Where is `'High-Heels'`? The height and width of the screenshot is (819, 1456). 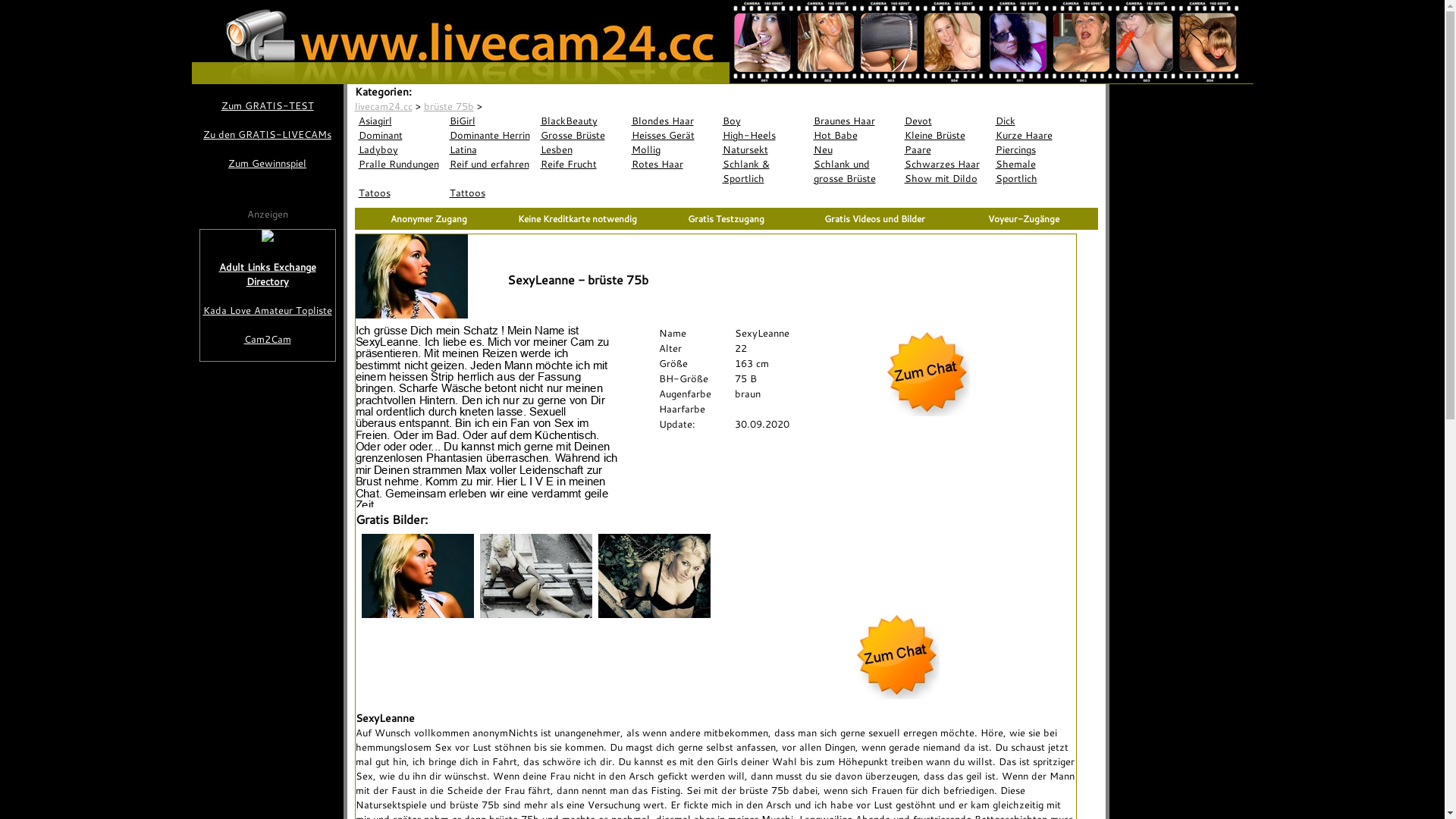 'High-Heels' is located at coordinates (764, 134).